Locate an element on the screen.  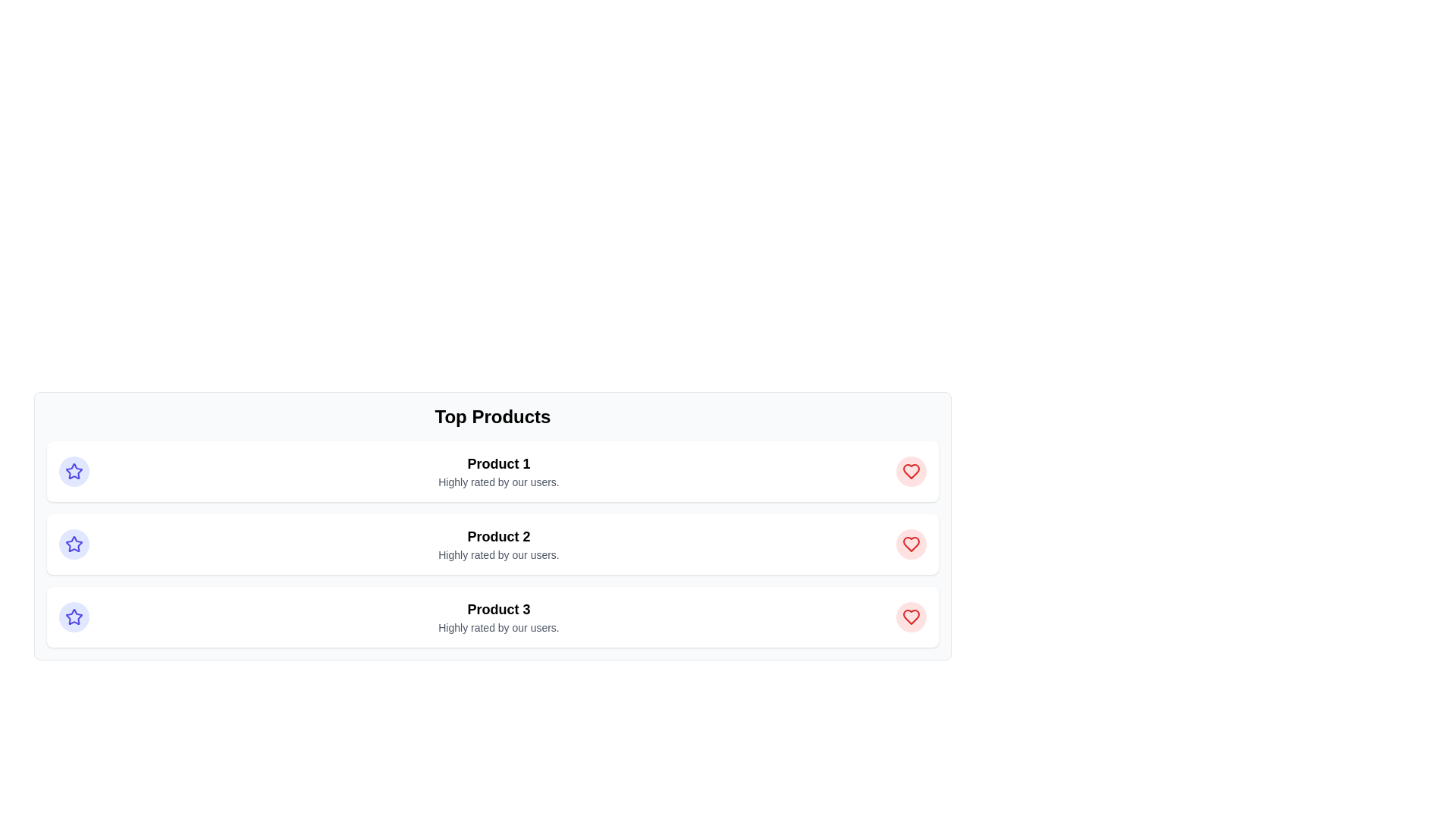
the informational text located below the title 'Product 1', which provides supplementary information about the product is located at coordinates (498, 482).